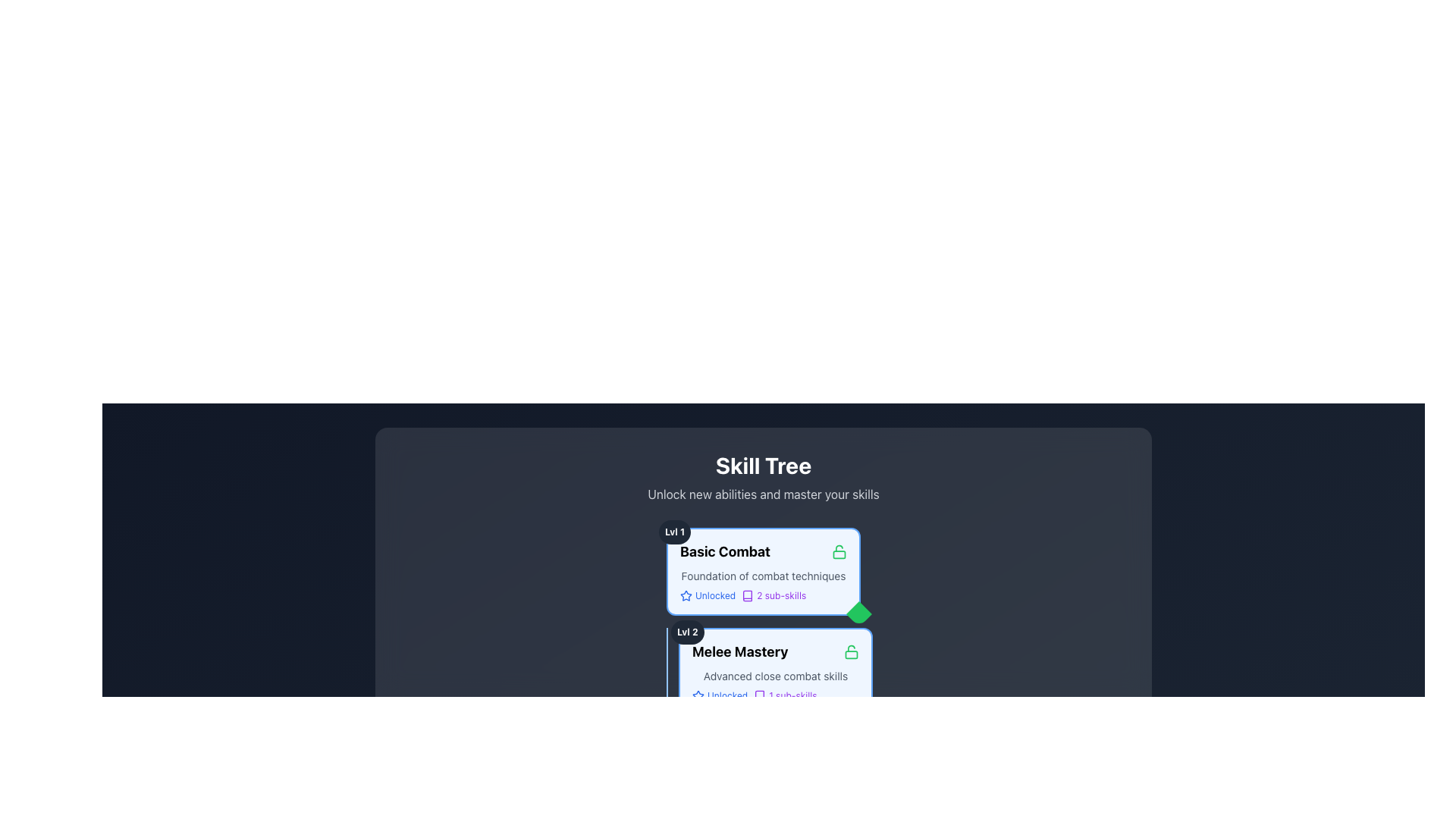 The height and width of the screenshot is (819, 1456). Describe the element at coordinates (686, 744) in the screenshot. I see `the 'Lvl 2' badge located in the top-left corner of the 'Melee Mastery' card, which indicates the level of the associated skill or item` at that location.